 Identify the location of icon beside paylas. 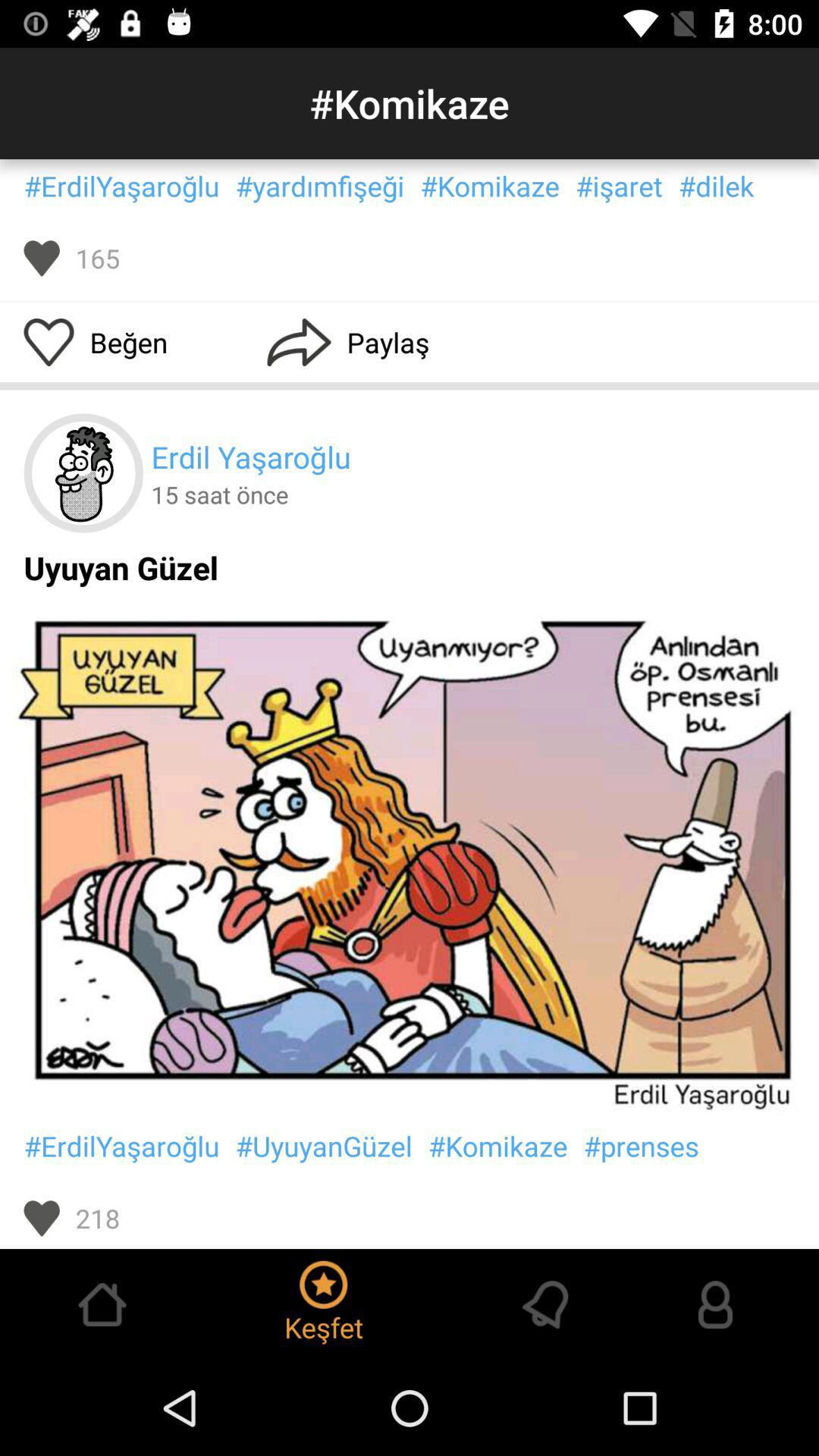
(299, 341).